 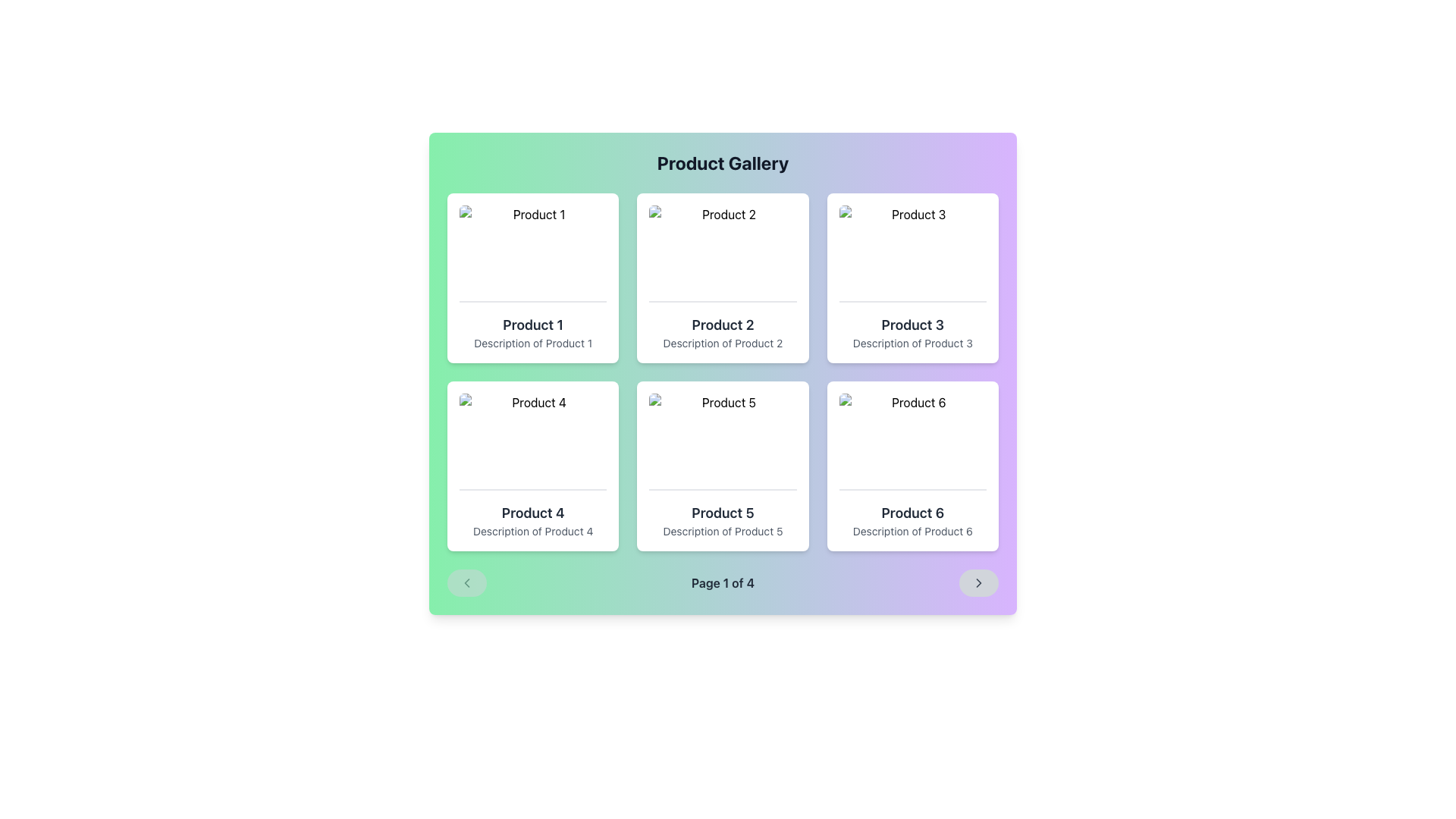 I want to click on text content of the pagination Text label located at the center of the footer navigation area, which indicates the current page number and total number of pages, so click(x=722, y=582).